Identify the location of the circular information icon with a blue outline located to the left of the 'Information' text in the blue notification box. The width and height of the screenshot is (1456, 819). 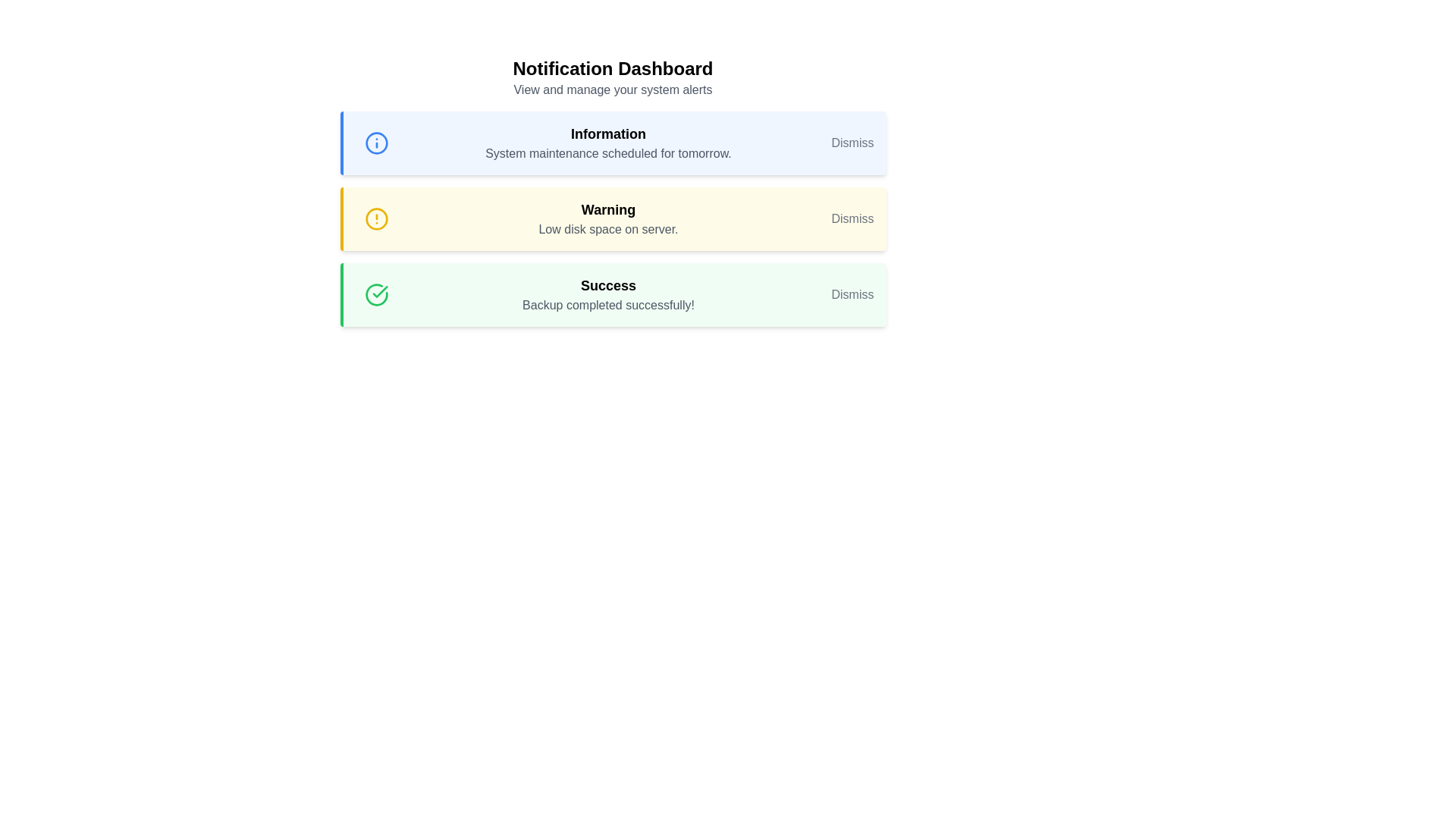
(376, 143).